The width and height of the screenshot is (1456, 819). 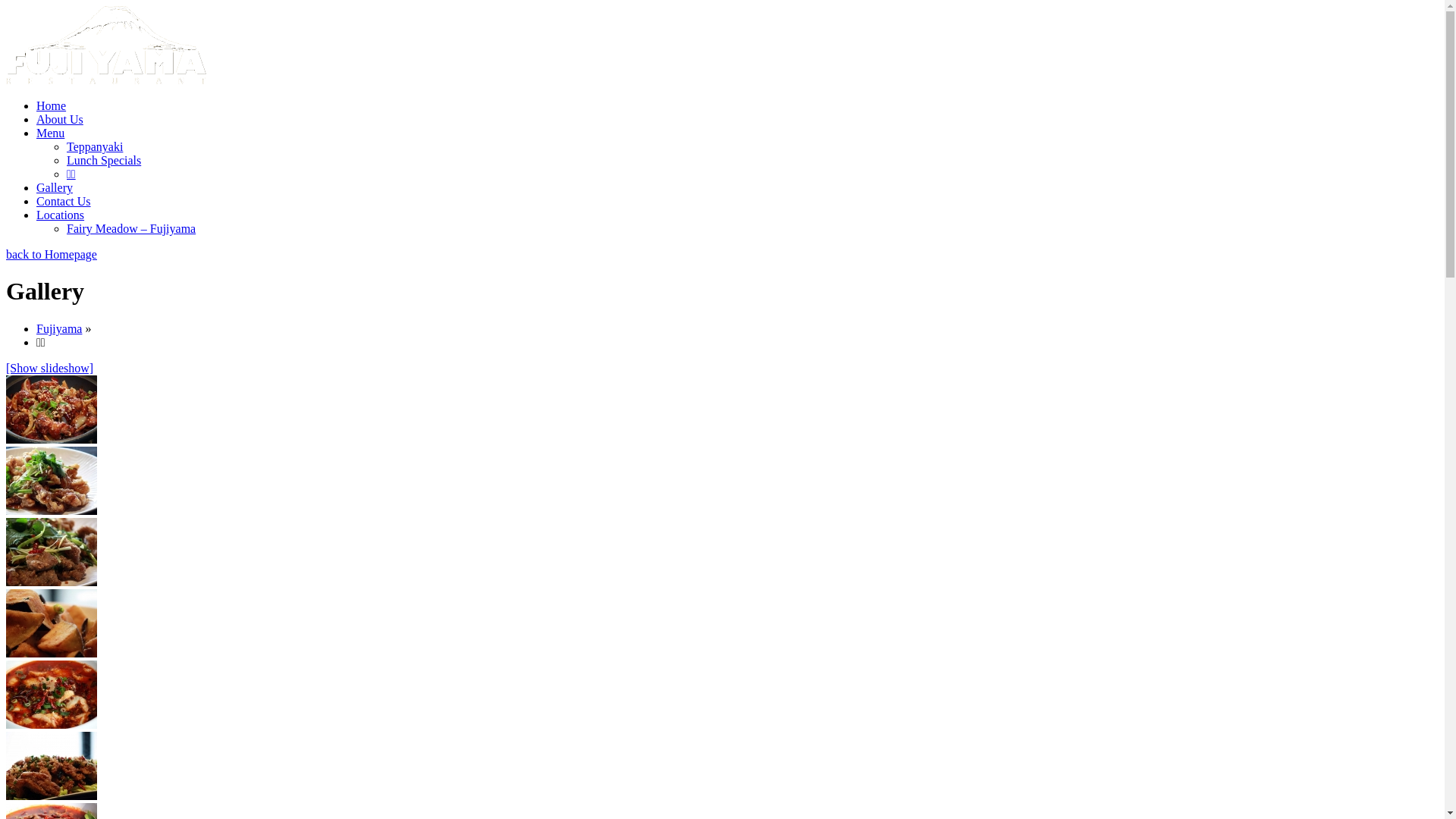 I want to click on 'Eggplant-with-Spicy-Salt', so click(x=51, y=623).